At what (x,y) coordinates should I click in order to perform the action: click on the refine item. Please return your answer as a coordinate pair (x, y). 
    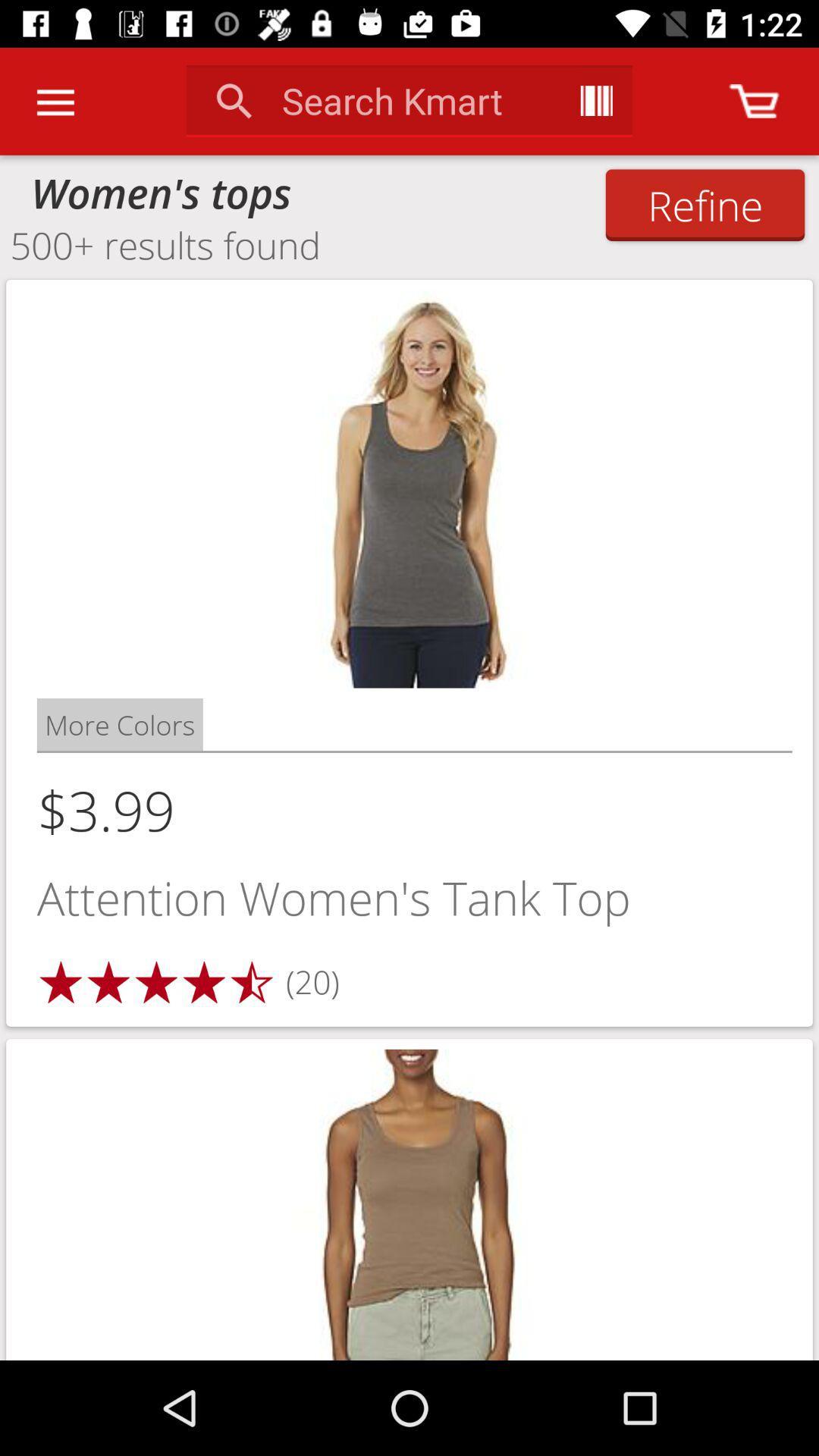
    Looking at the image, I should click on (704, 204).